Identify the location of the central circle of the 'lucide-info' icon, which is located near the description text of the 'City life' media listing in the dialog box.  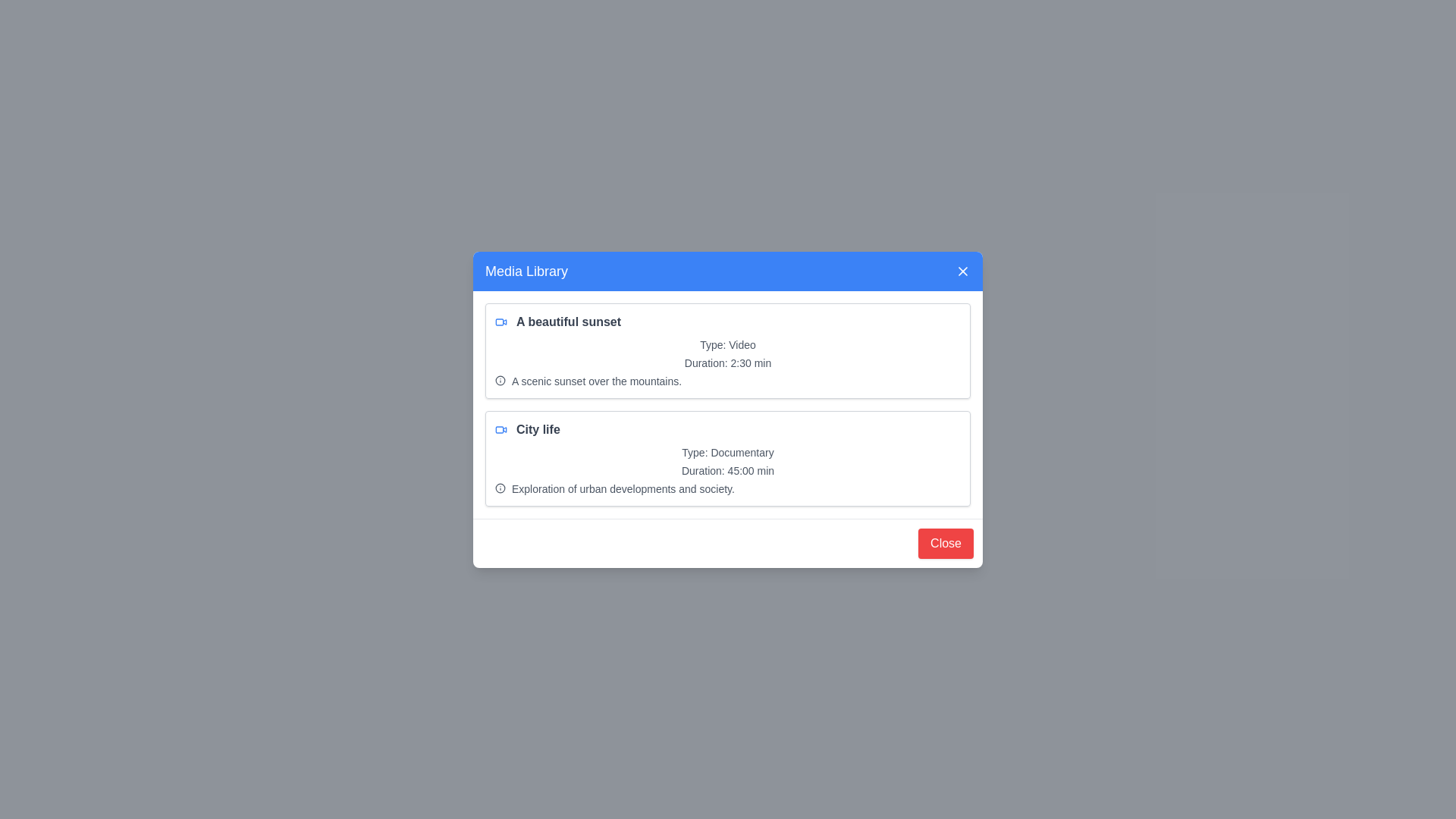
(500, 488).